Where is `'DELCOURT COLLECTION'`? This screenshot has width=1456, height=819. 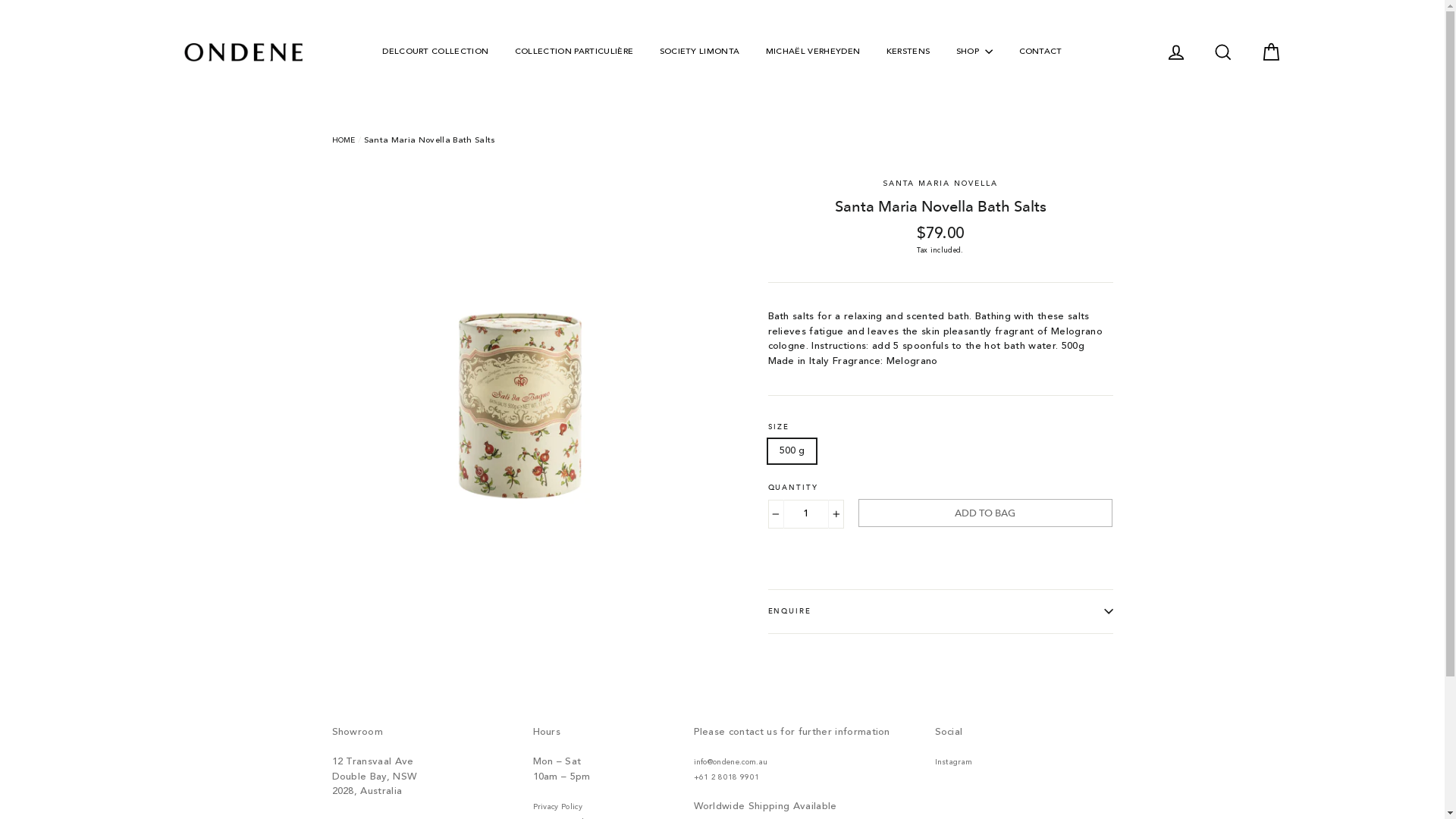 'DELCOURT COLLECTION' is located at coordinates (435, 52).